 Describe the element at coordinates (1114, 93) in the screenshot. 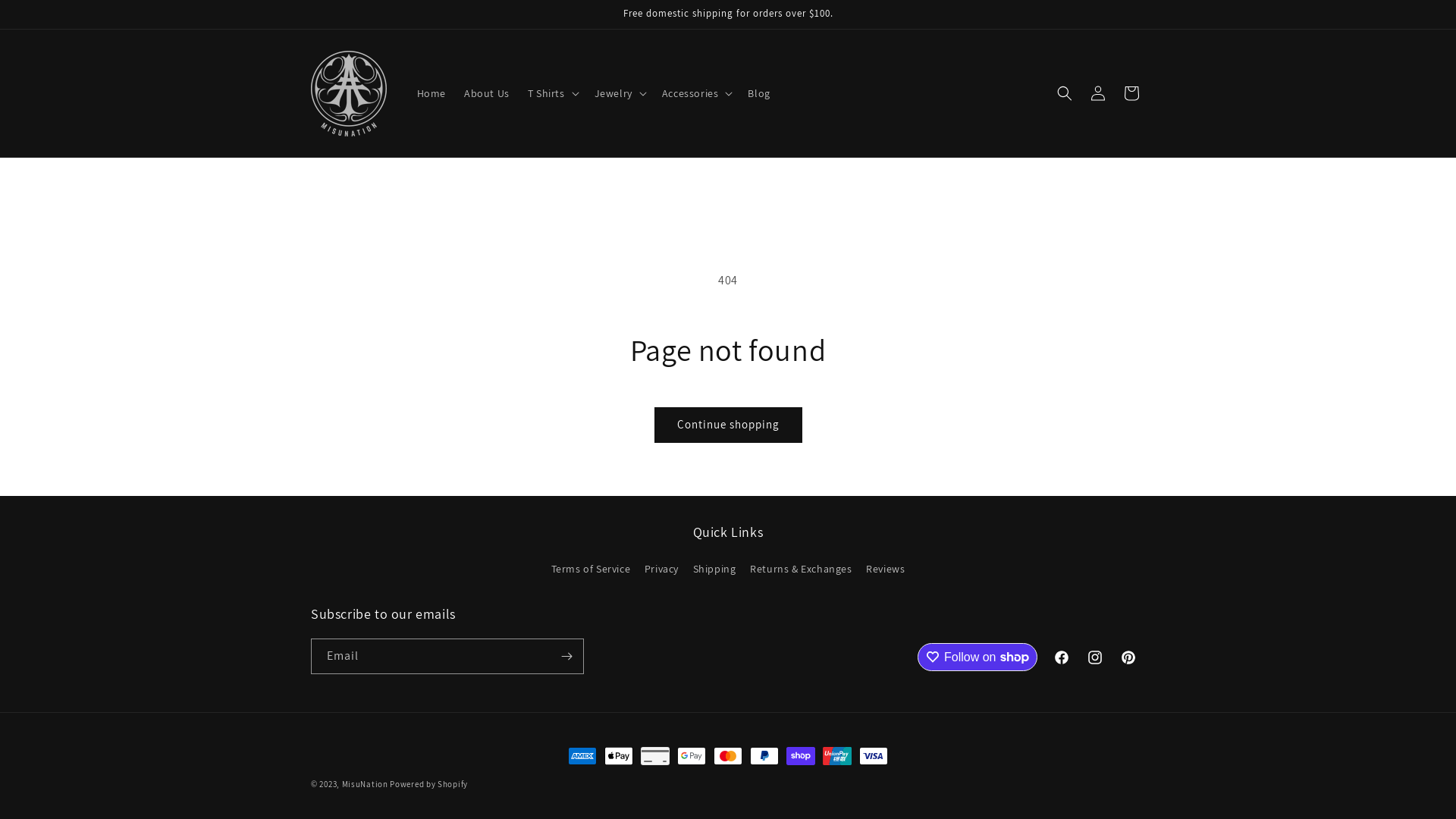

I see `'Cart'` at that location.